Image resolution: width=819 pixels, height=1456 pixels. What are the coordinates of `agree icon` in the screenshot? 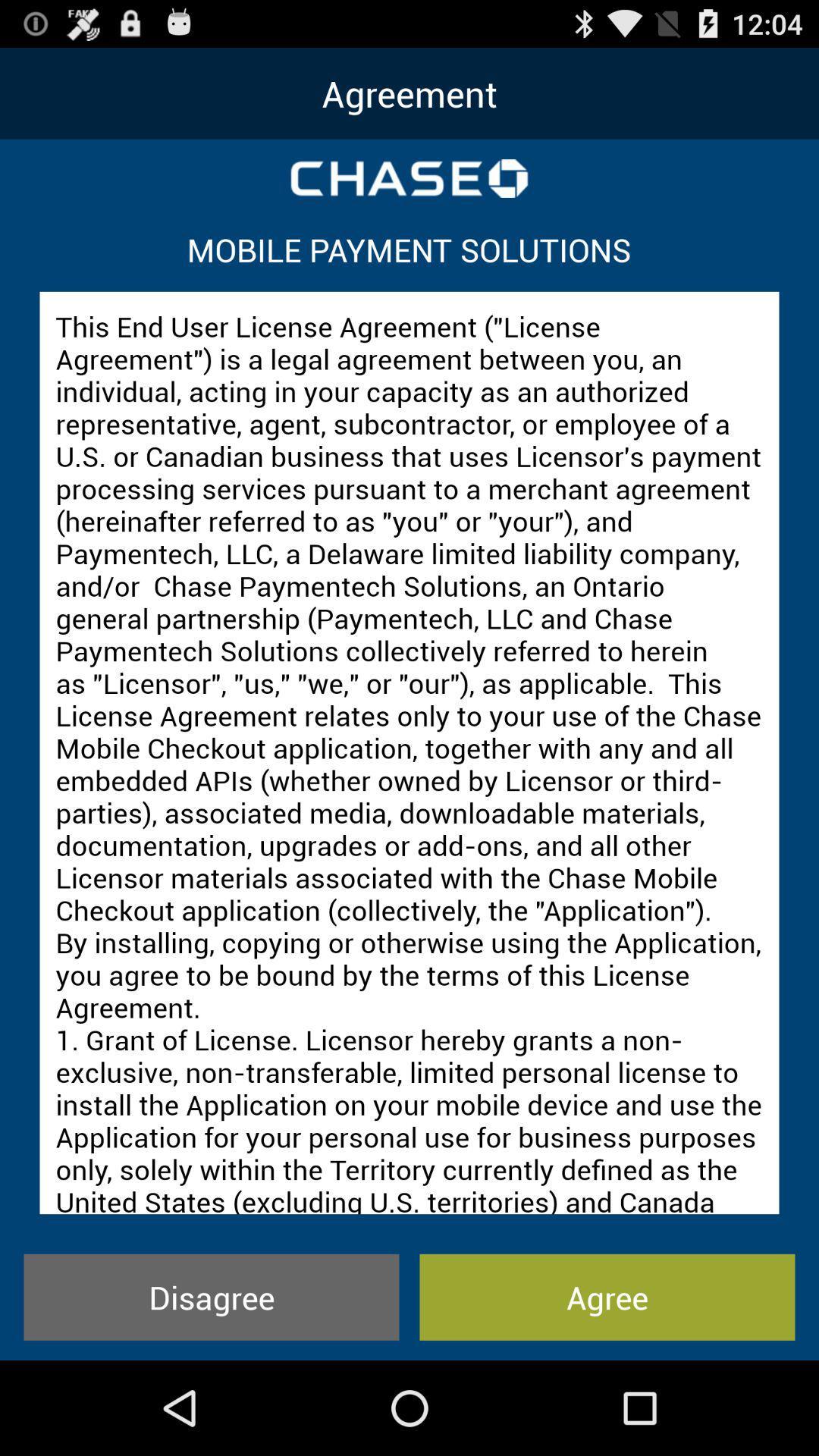 It's located at (607, 1296).